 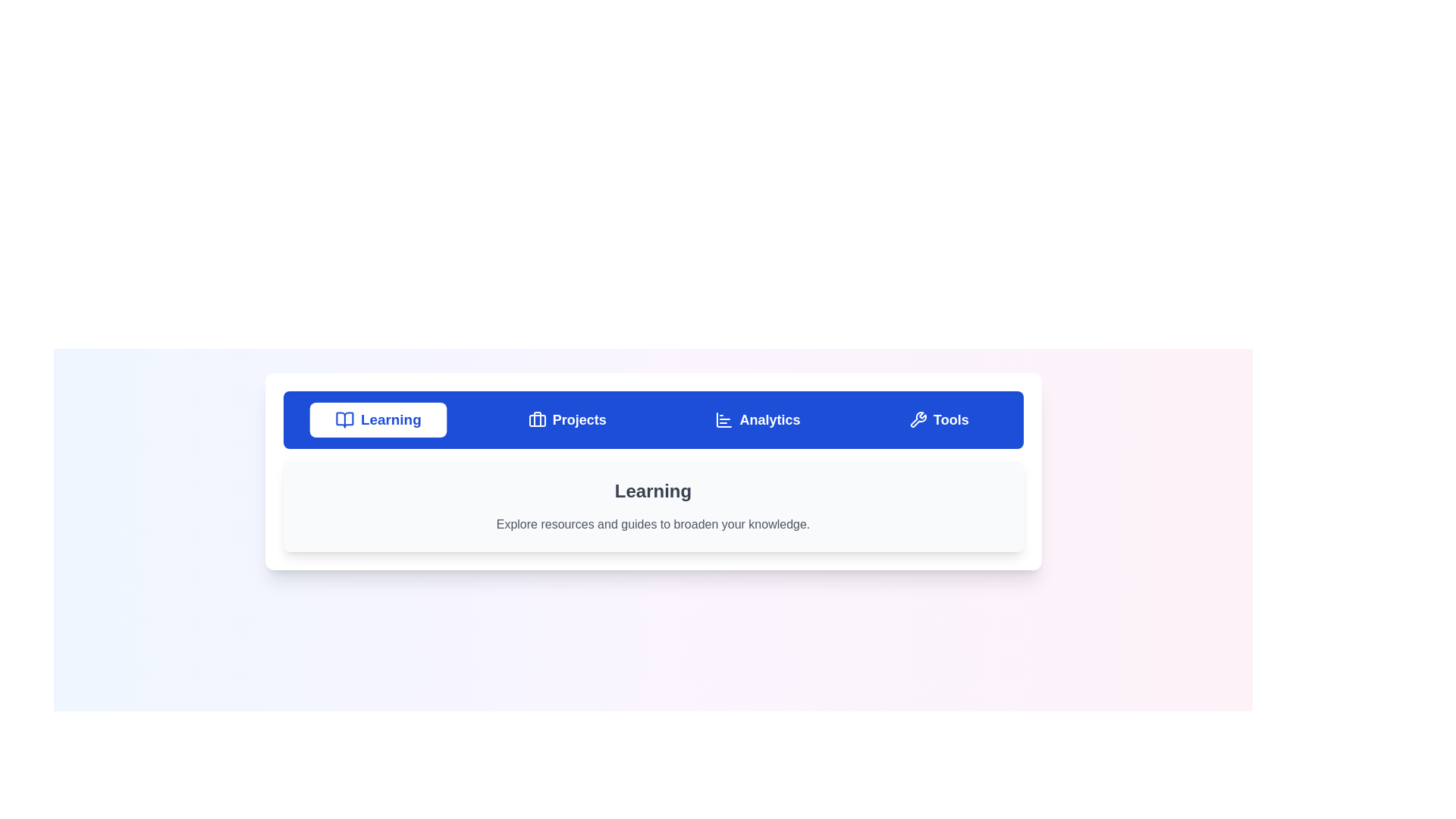 I want to click on the 'Analytics' icon in the navigation bar, which is the third button from the left, so click(x=723, y=420).